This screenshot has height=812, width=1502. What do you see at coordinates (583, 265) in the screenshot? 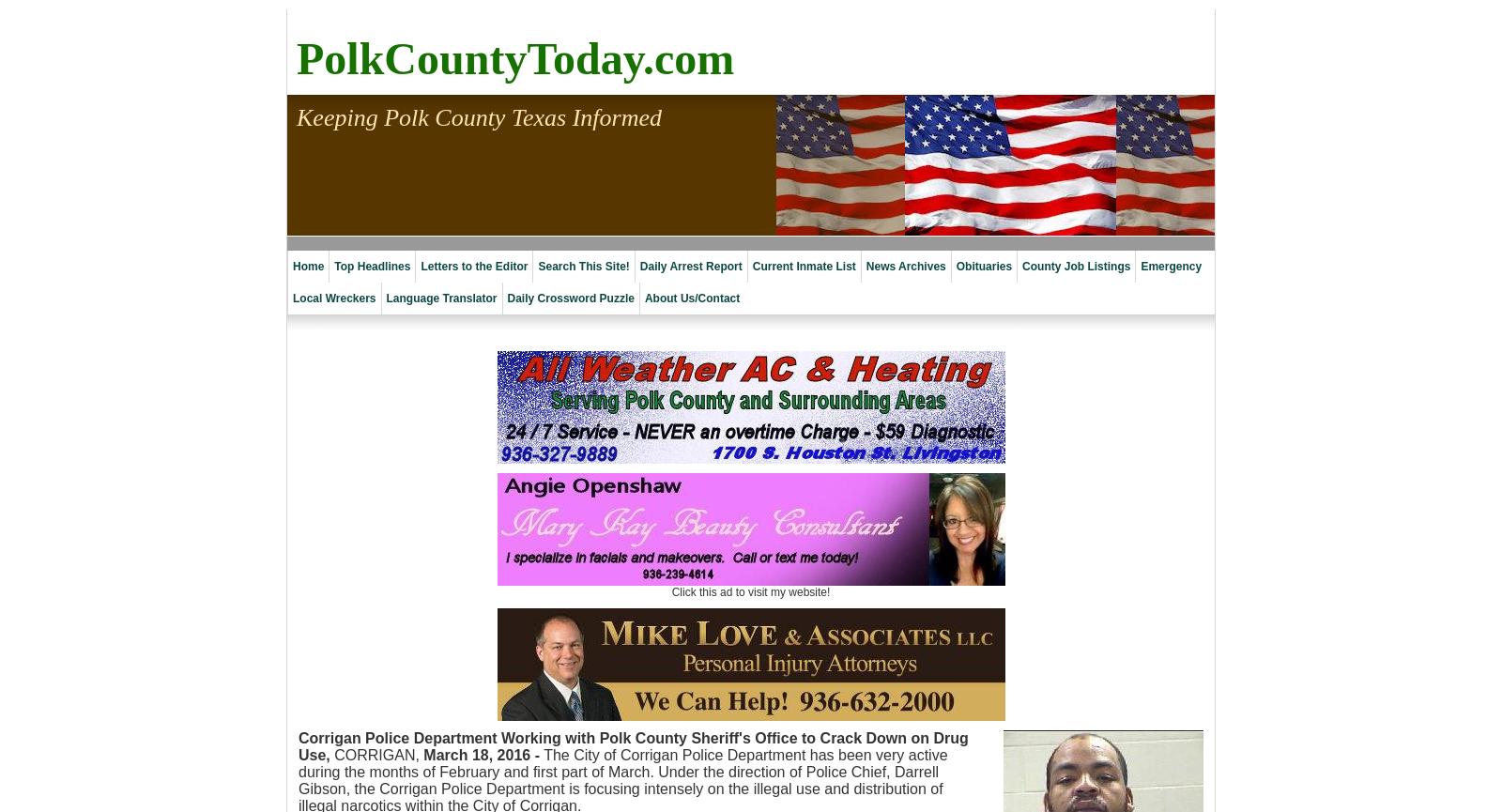
I see `'Search This Site!'` at bounding box center [583, 265].